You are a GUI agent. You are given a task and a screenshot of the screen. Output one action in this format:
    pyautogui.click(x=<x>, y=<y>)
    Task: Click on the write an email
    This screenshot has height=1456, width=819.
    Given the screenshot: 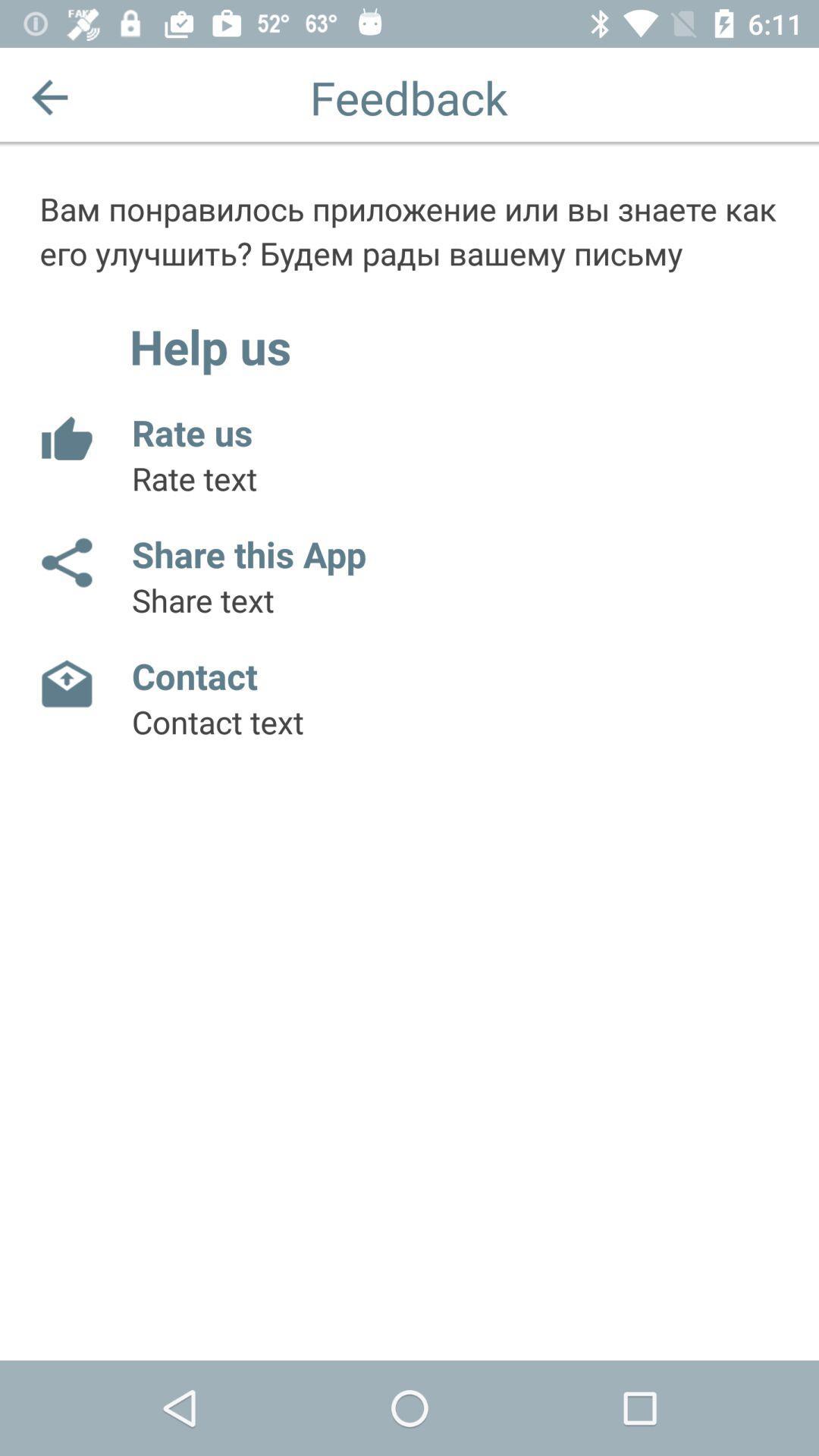 What is the action you would take?
    pyautogui.click(x=65, y=683)
    